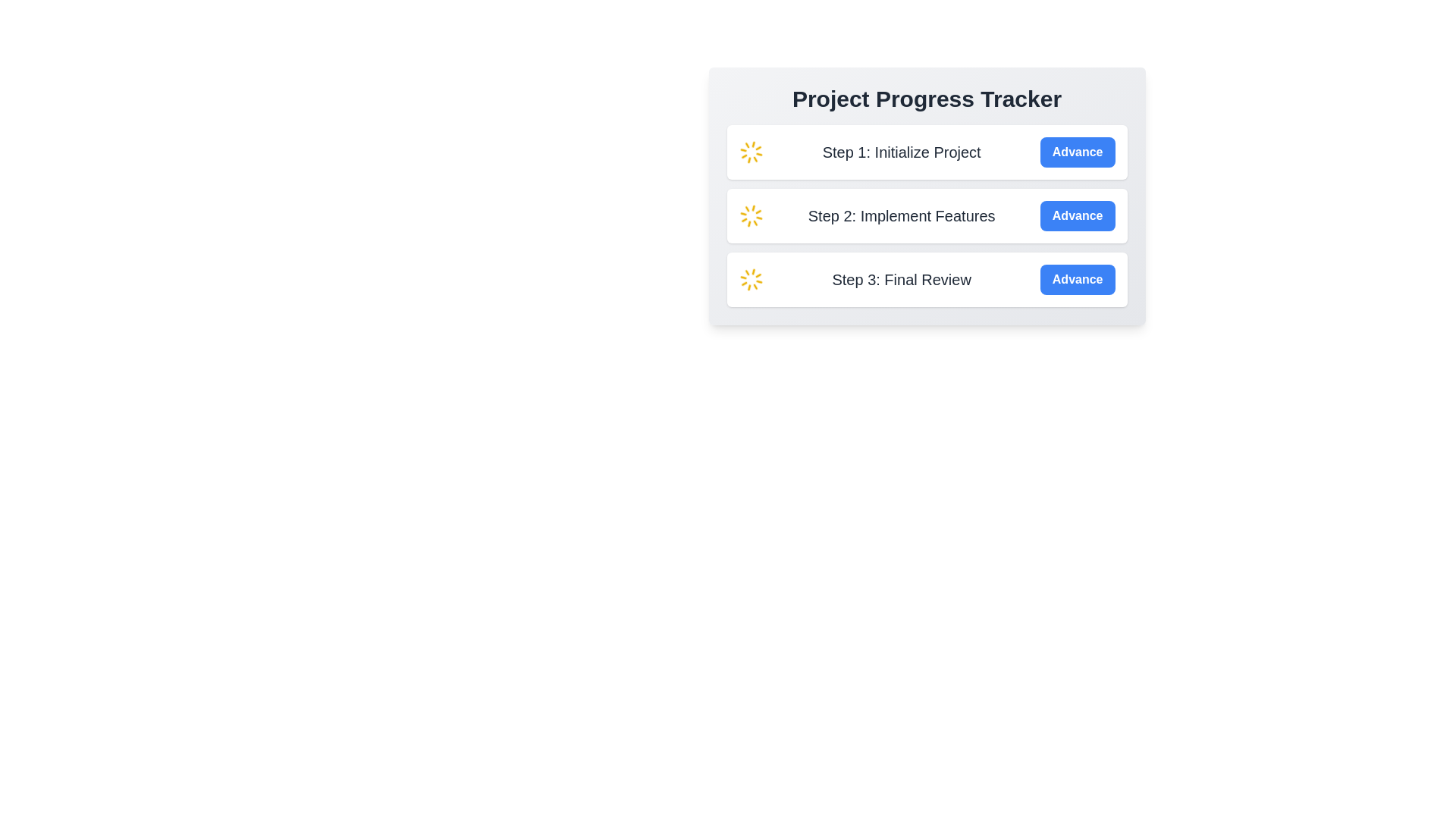 This screenshot has height=819, width=1456. What do you see at coordinates (902, 216) in the screenshot?
I see `text label that displays 'Step 2: Implement Features.' It is the second text block in a vertical stack within a white card layout` at bounding box center [902, 216].